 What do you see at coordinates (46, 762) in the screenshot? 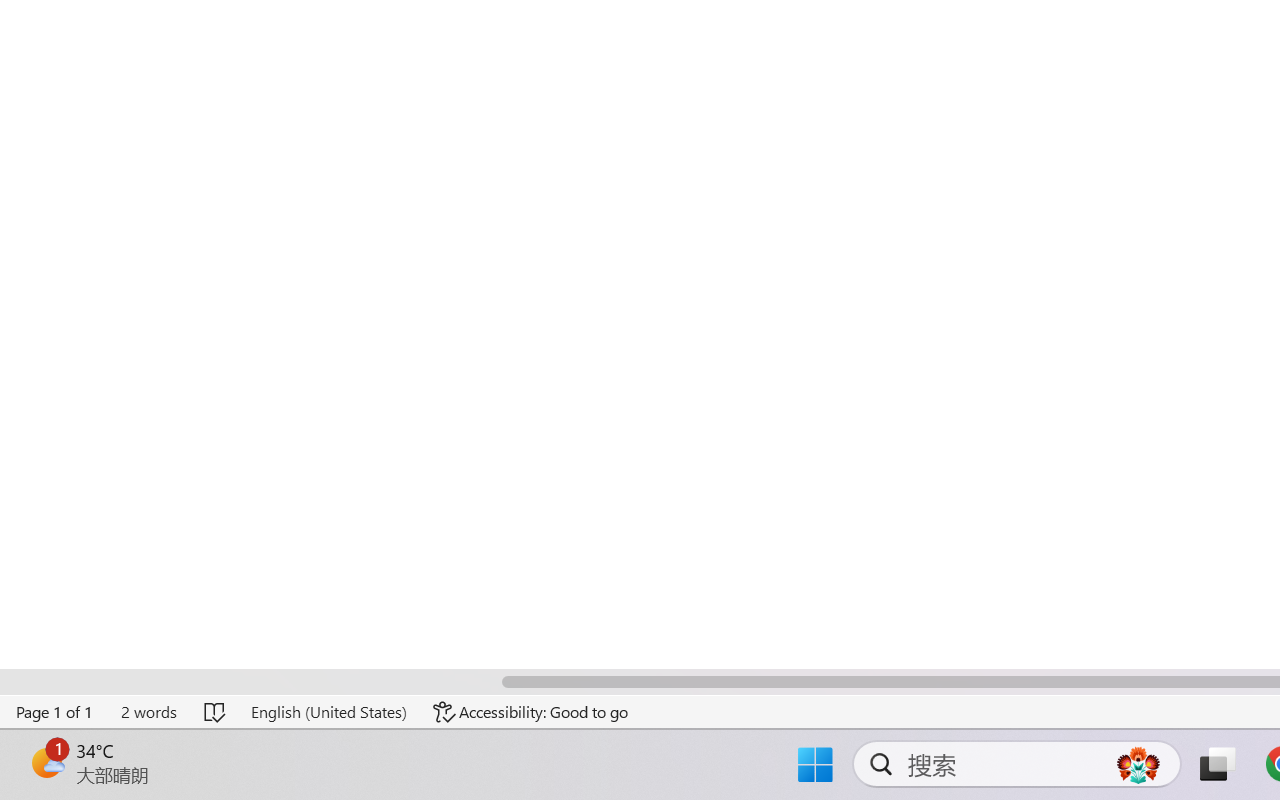
I see `'AutomationID: BadgeAnchorLargeTicker'` at bounding box center [46, 762].